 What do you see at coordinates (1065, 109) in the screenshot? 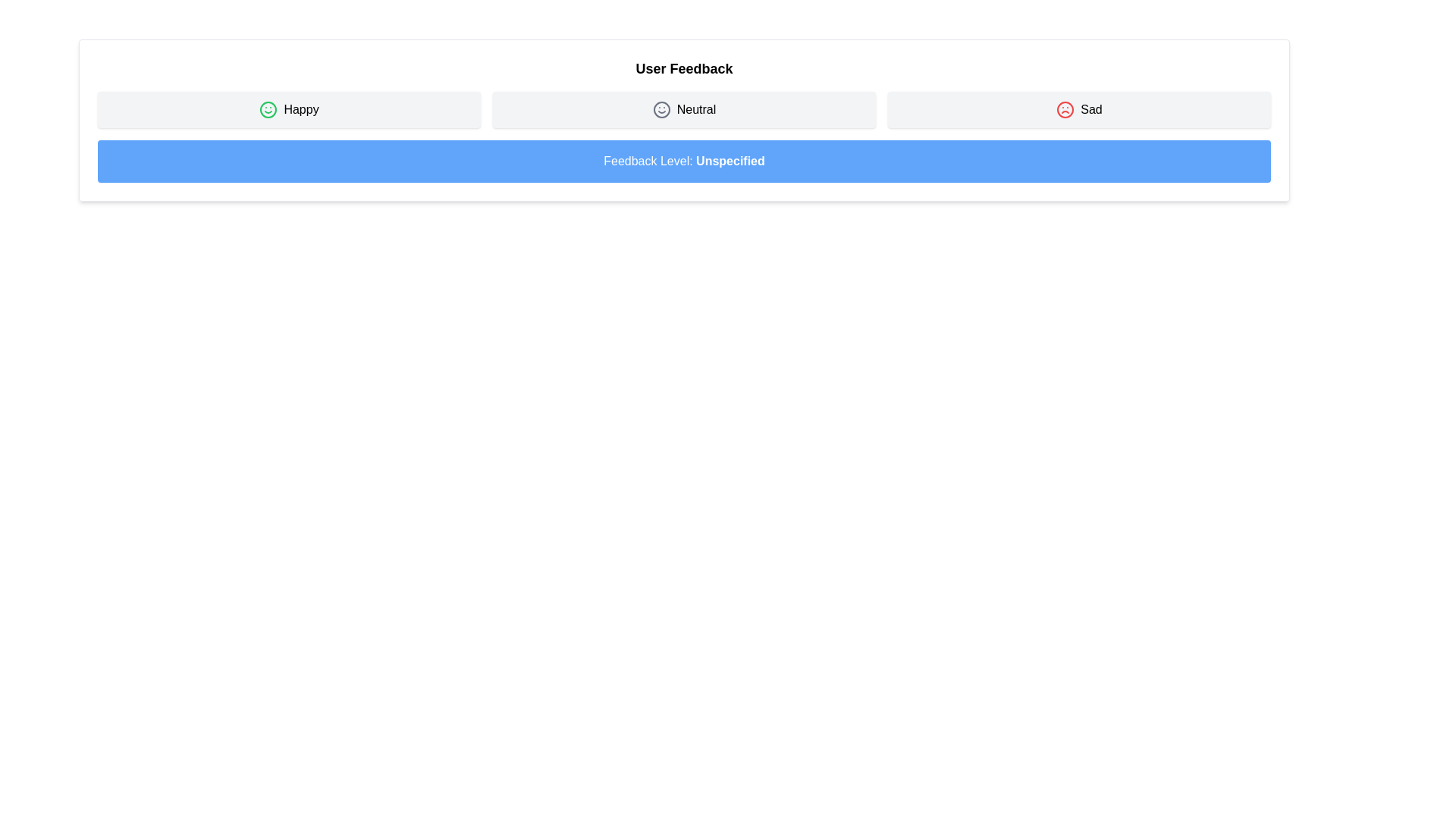
I see `the visual state of the frowning face icon, which is represented by the circle border of the 'Sad' feedback button located at the rightmost position among three feedback buttons` at bounding box center [1065, 109].